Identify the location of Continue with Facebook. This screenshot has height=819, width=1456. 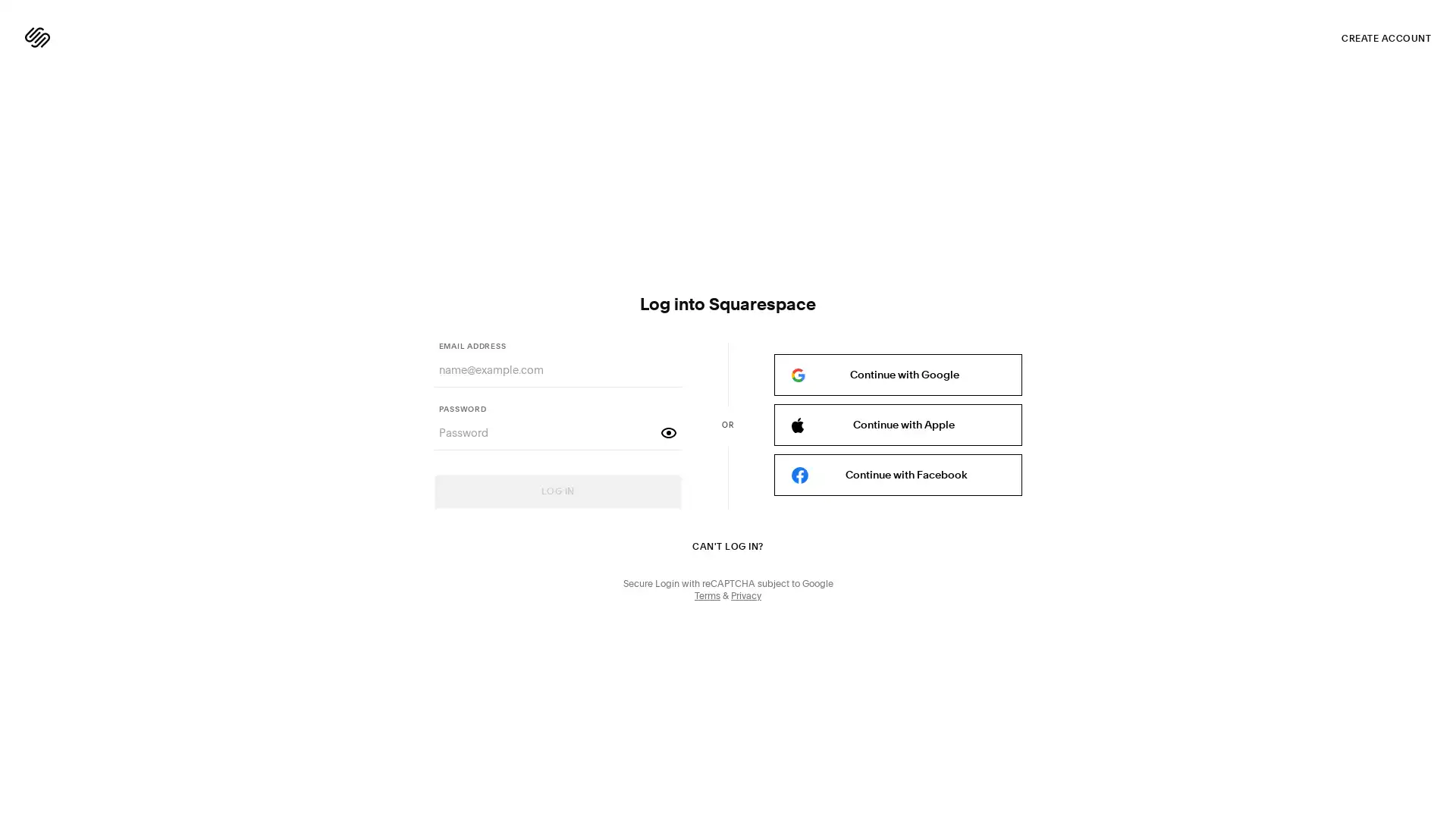
(897, 474).